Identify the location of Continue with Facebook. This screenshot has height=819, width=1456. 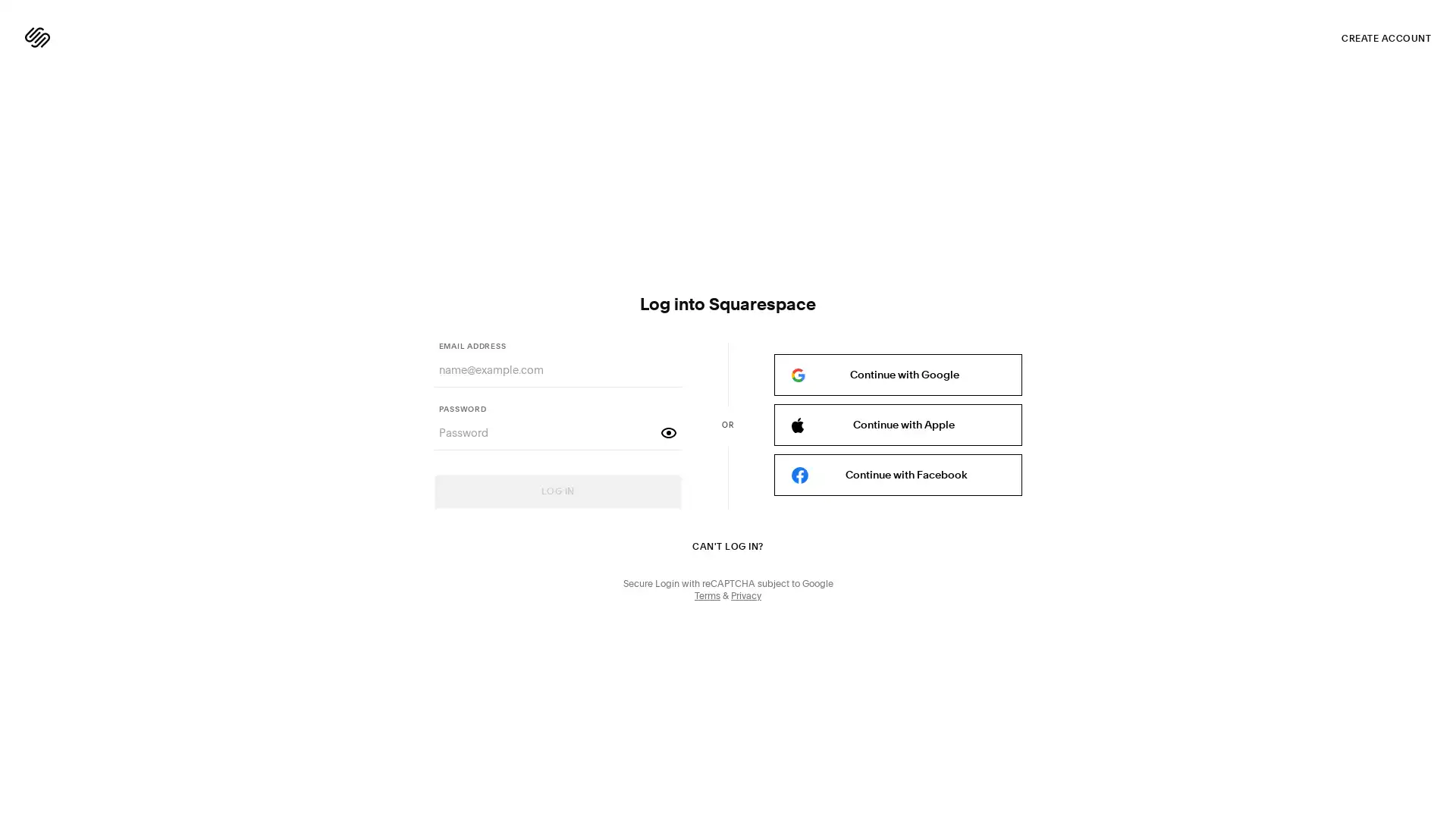
(897, 474).